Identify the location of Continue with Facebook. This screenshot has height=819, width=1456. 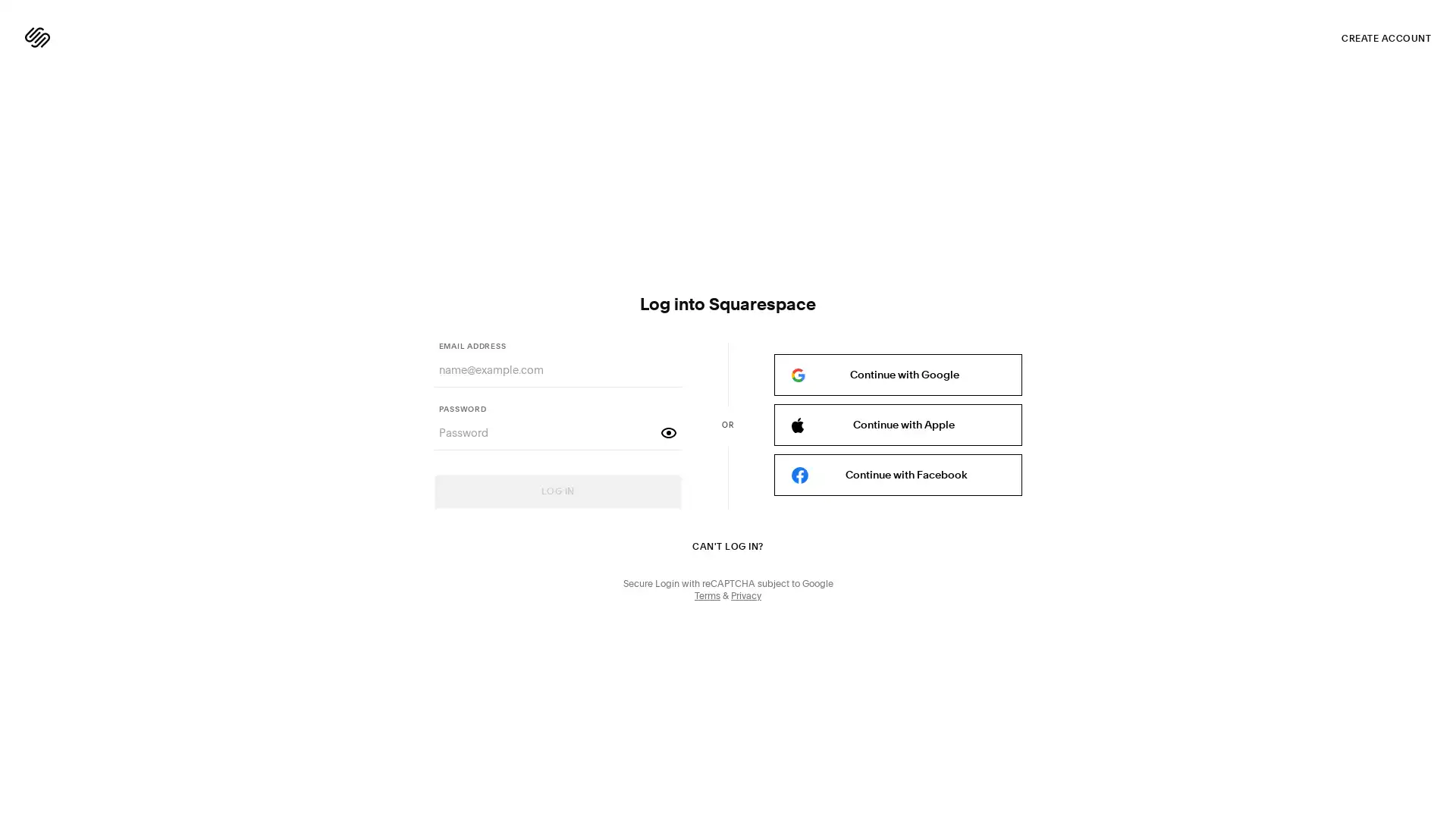
(897, 474).